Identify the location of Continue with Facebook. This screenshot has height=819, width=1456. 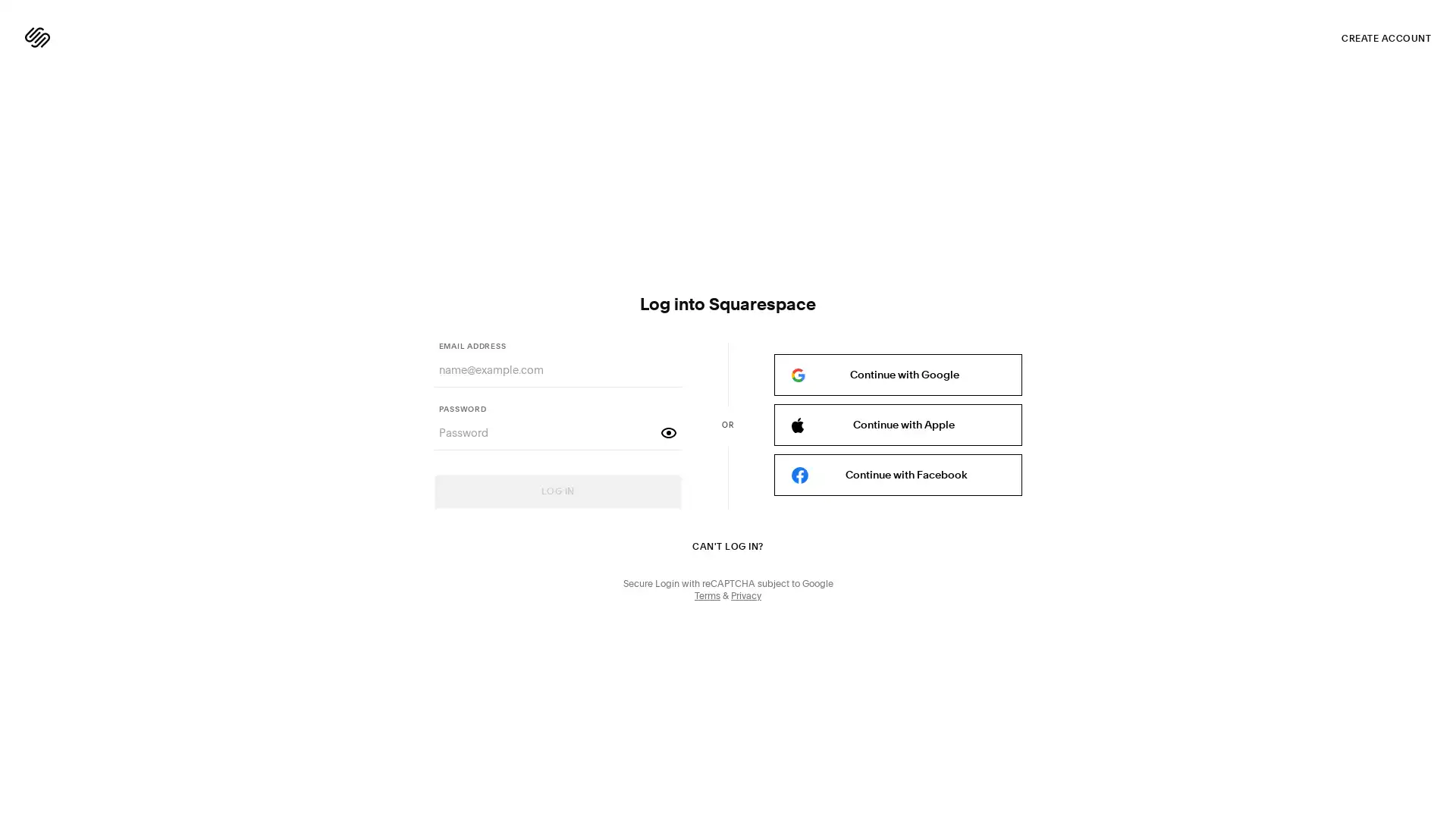
(897, 474).